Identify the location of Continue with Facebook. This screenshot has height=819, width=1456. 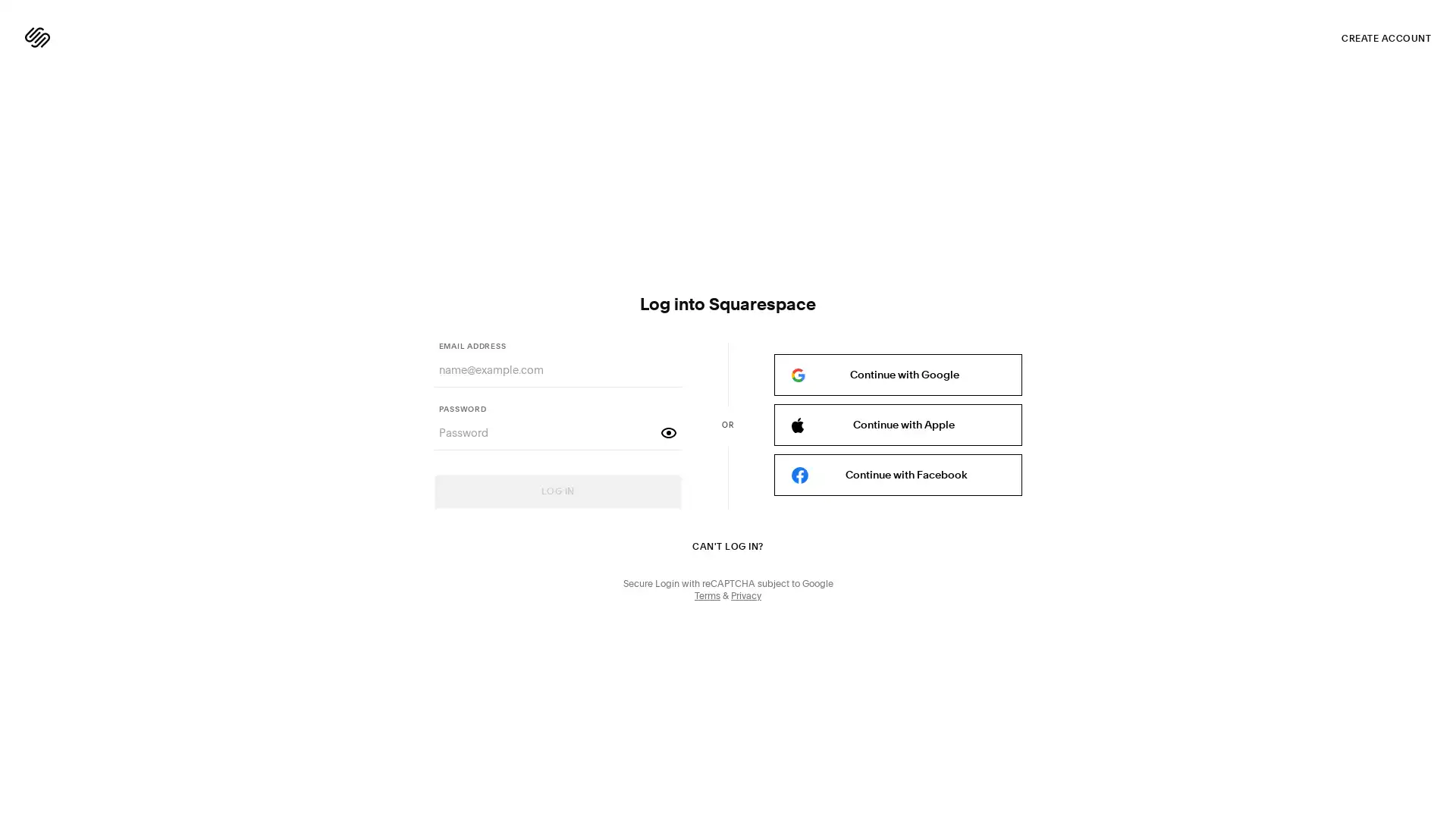
(897, 474).